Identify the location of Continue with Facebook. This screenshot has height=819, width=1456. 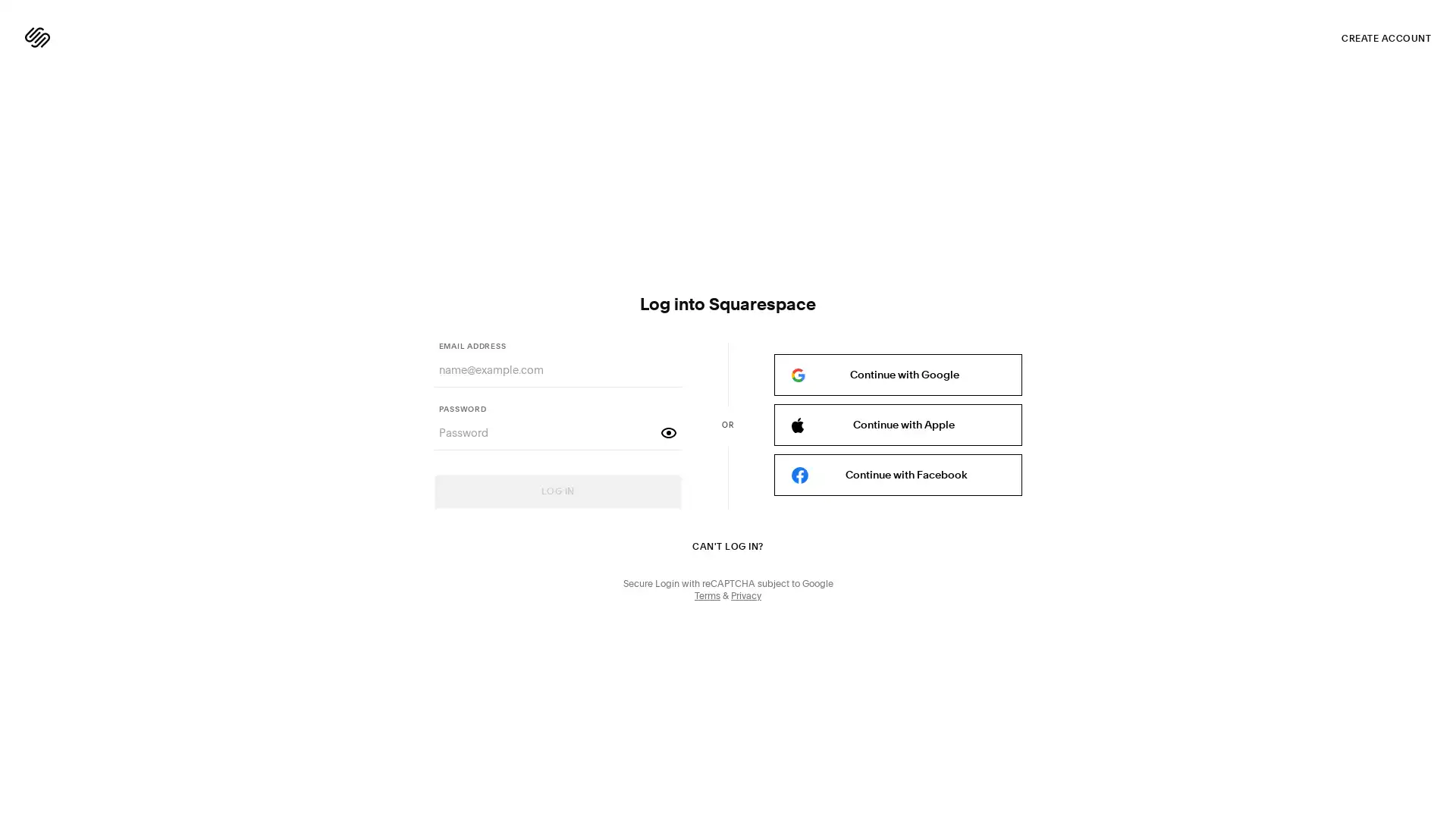
(897, 474).